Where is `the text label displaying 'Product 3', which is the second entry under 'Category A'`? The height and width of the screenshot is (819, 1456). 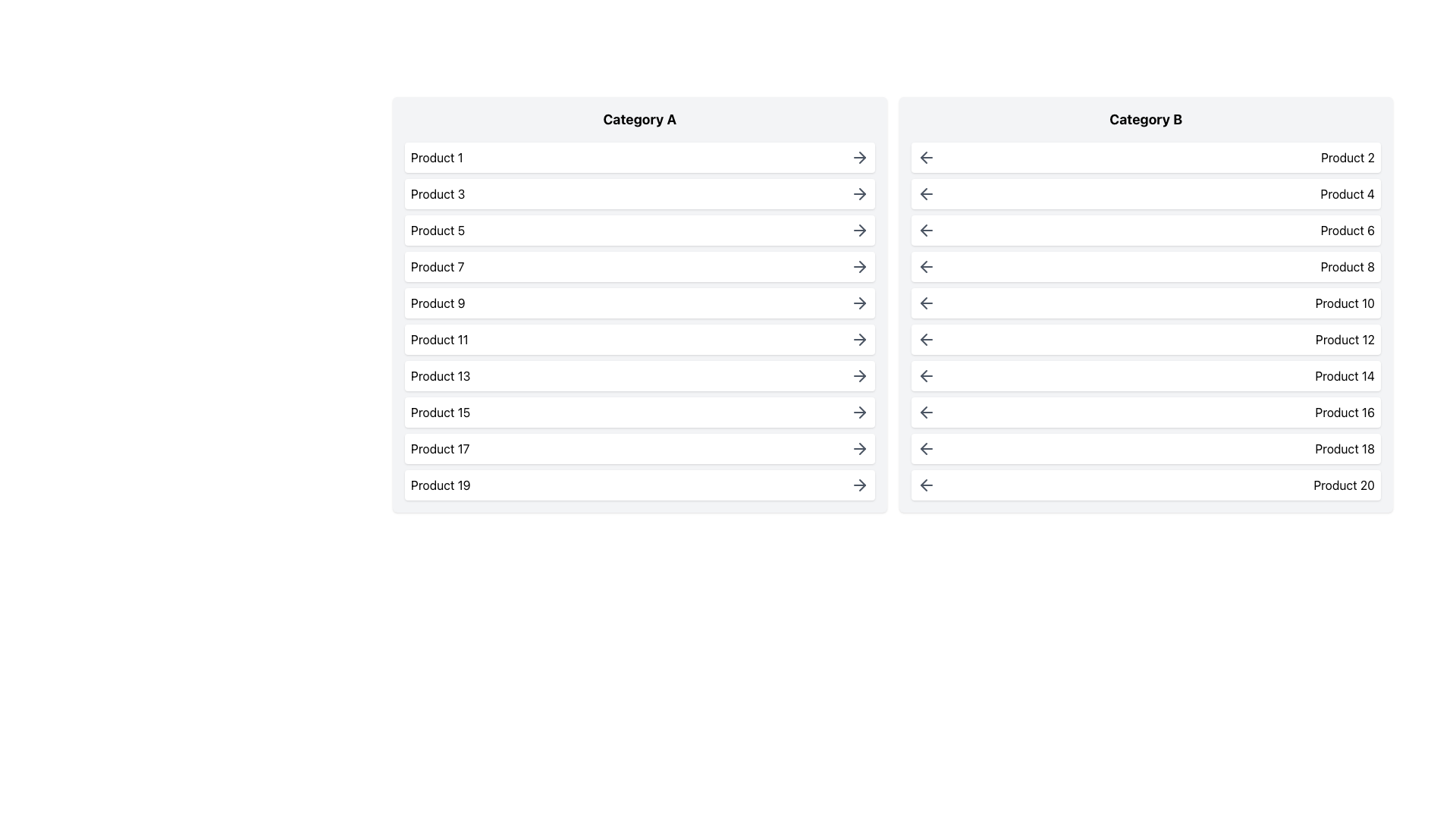 the text label displaying 'Product 3', which is the second entry under 'Category A' is located at coordinates (437, 193).